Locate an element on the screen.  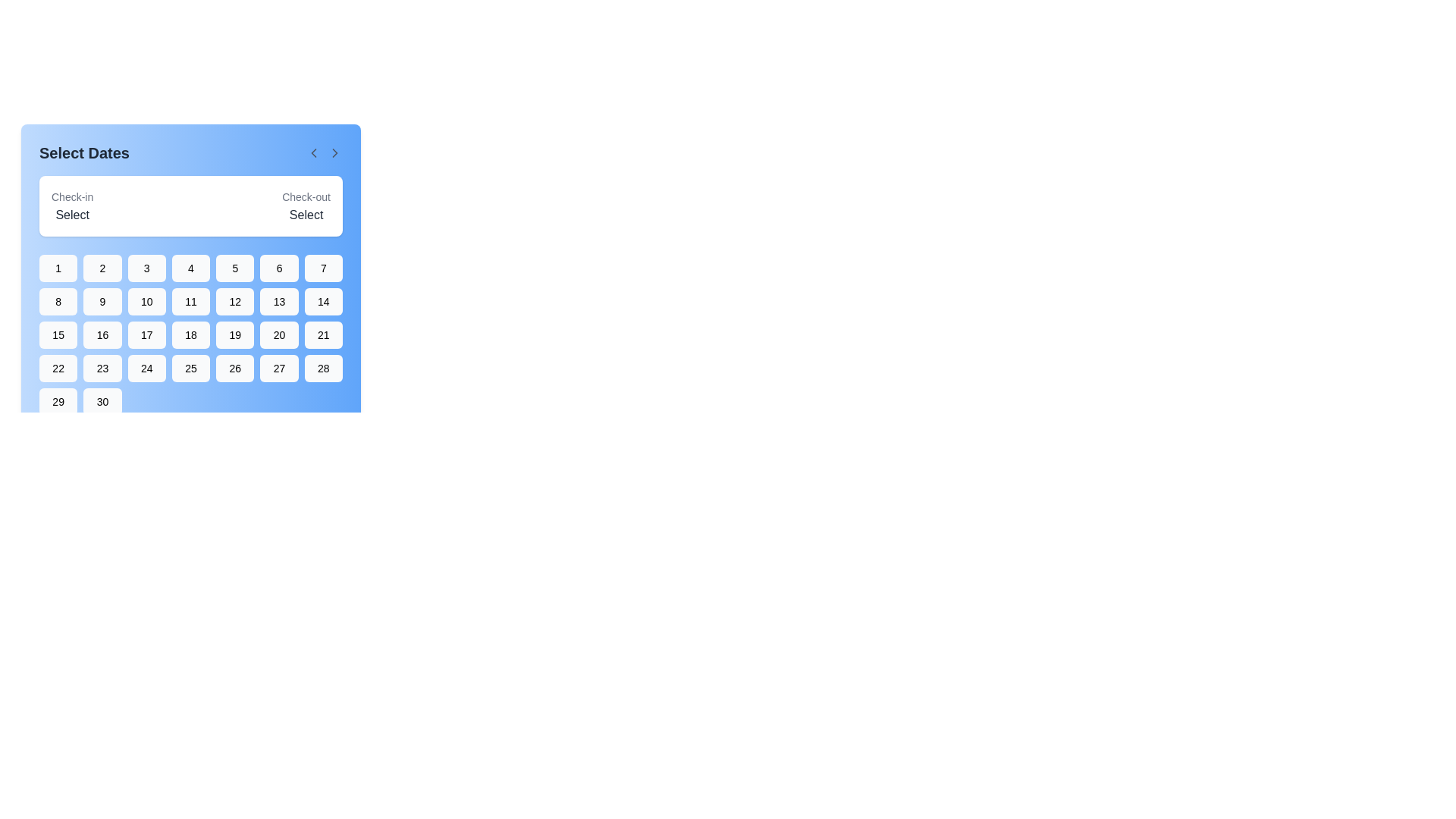
the leftward-pointing chevron icon located in the top-right corner of the calendar interface header, adjacent to the 'Select Dates' title, to observe any potential visual feedback is located at coordinates (334, 152).